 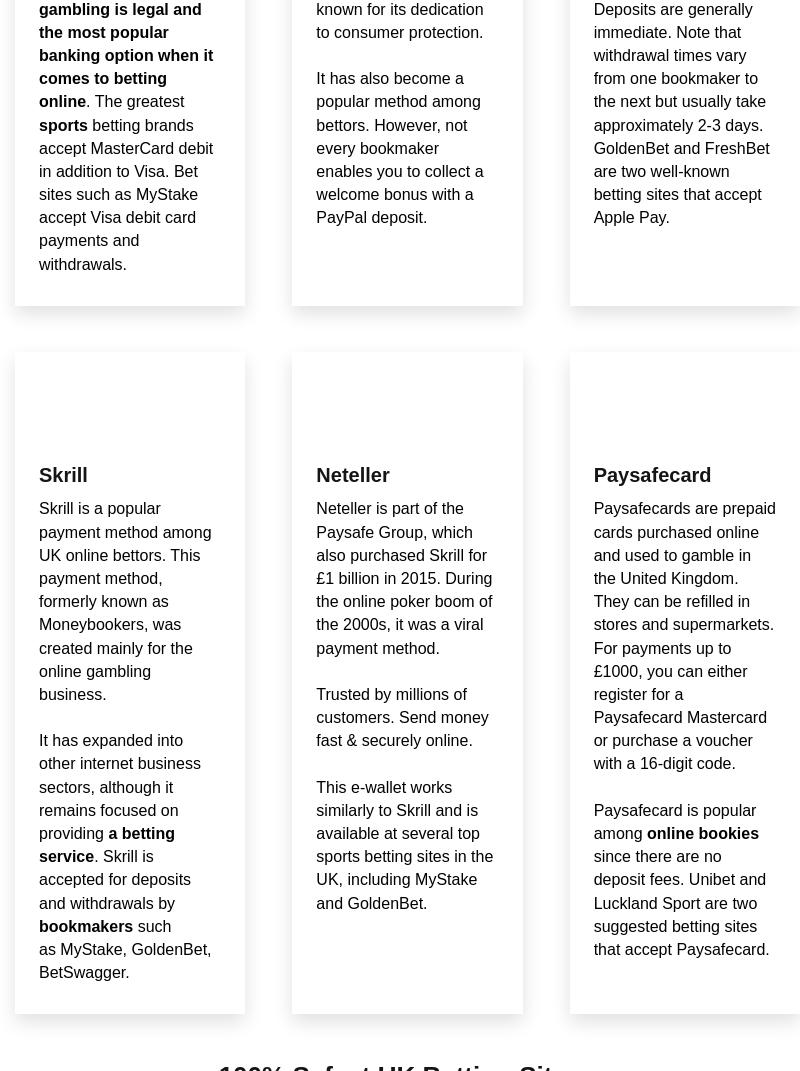 What do you see at coordinates (404, 844) in the screenshot?
I see `'This e-wallet works similarly to Skrill and is available at several top sports betting sites in the UK, including MyStake and GoldenBet.'` at bounding box center [404, 844].